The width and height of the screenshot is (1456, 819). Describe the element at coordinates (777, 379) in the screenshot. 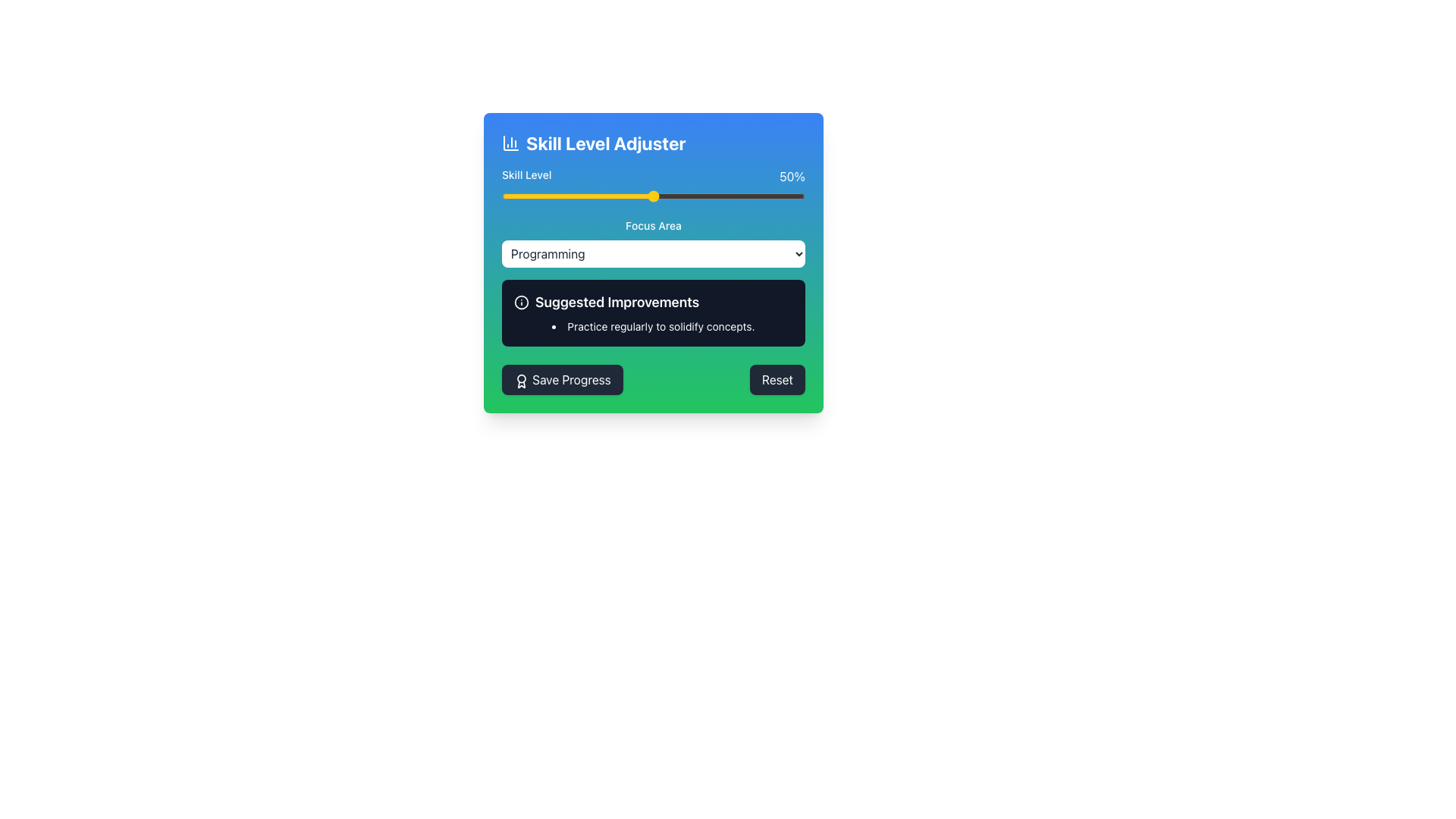

I see `the 'Reset' button located in the bottom-right corner of the interface to reset the current settings` at that location.